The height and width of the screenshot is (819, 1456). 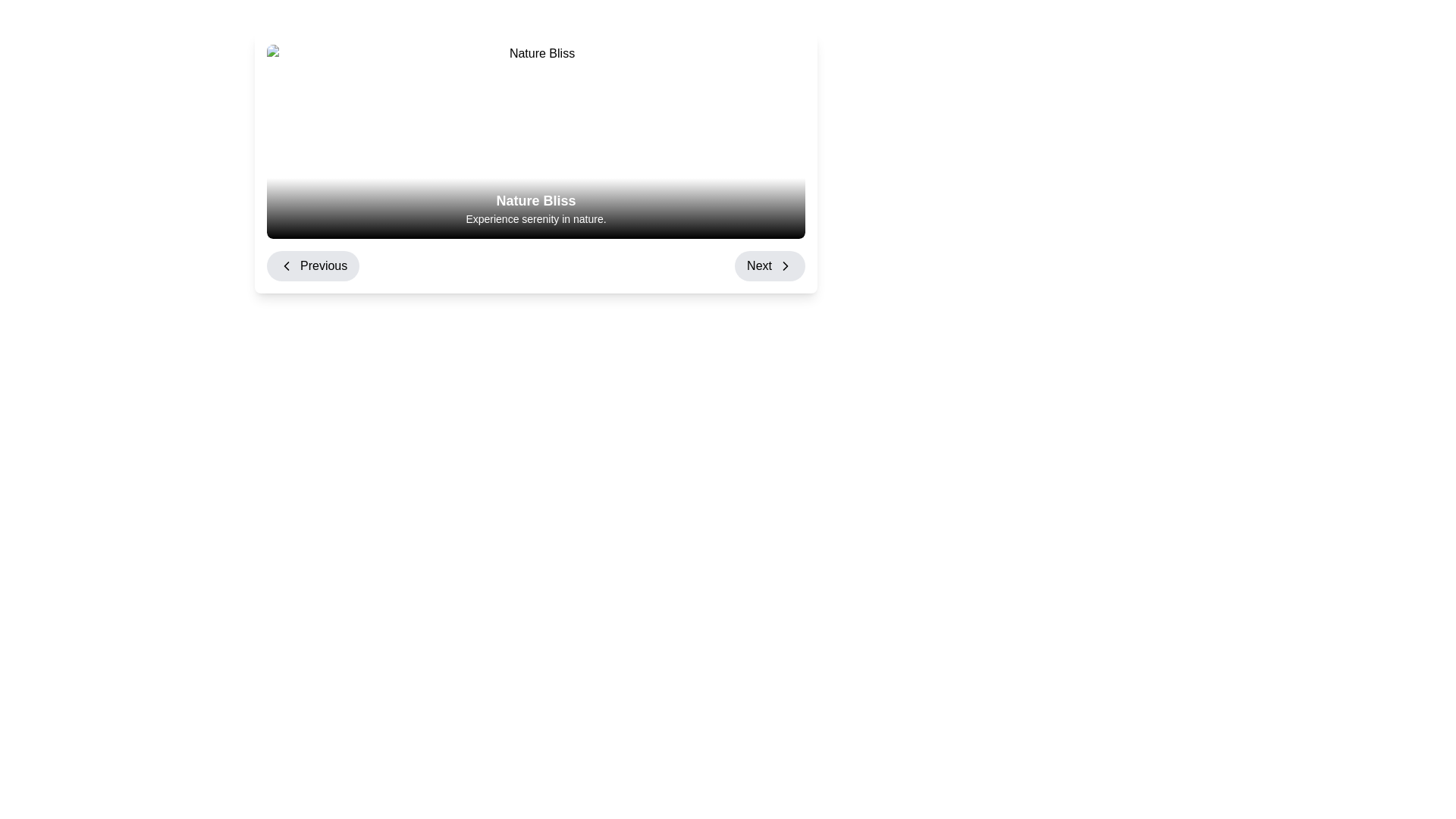 What do you see at coordinates (786, 265) in the screenshot?
I see `the forward navigation arrow icon located at the center of the circular 'Next' button in the bottom-right of the card interface` at bounding box center [786, 265].